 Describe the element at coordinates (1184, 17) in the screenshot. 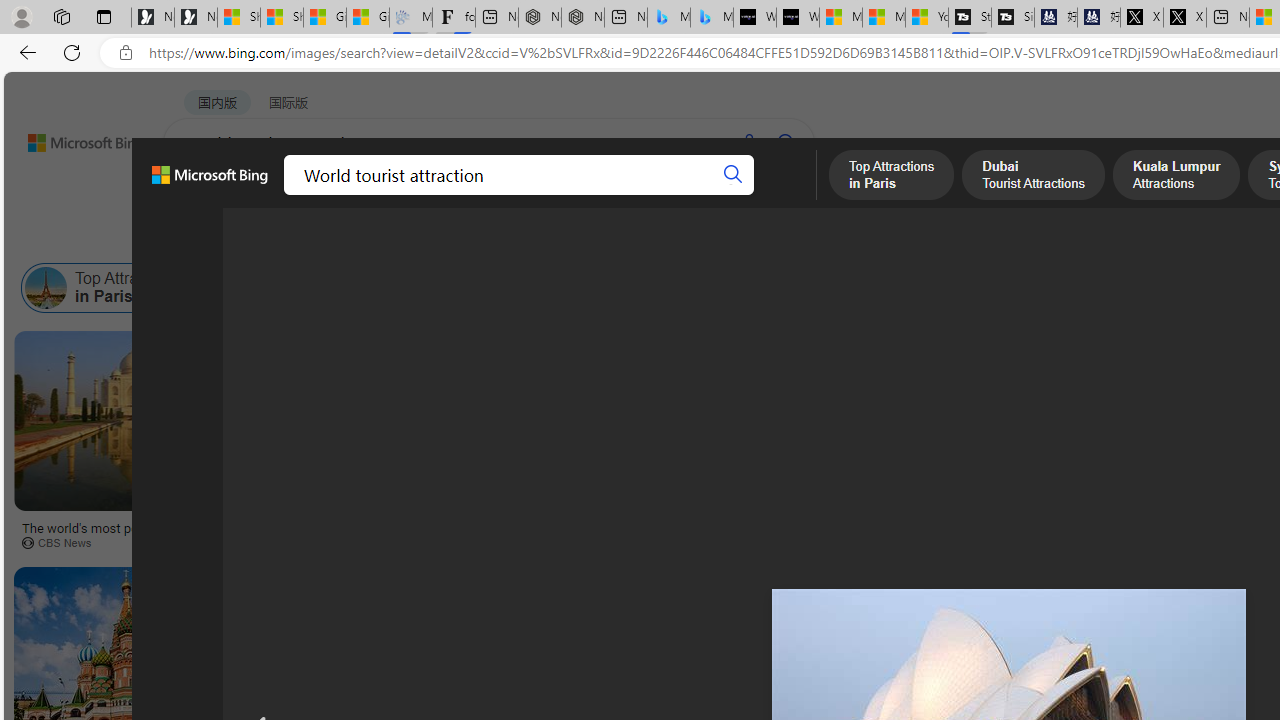

I see `'X'` at that location.